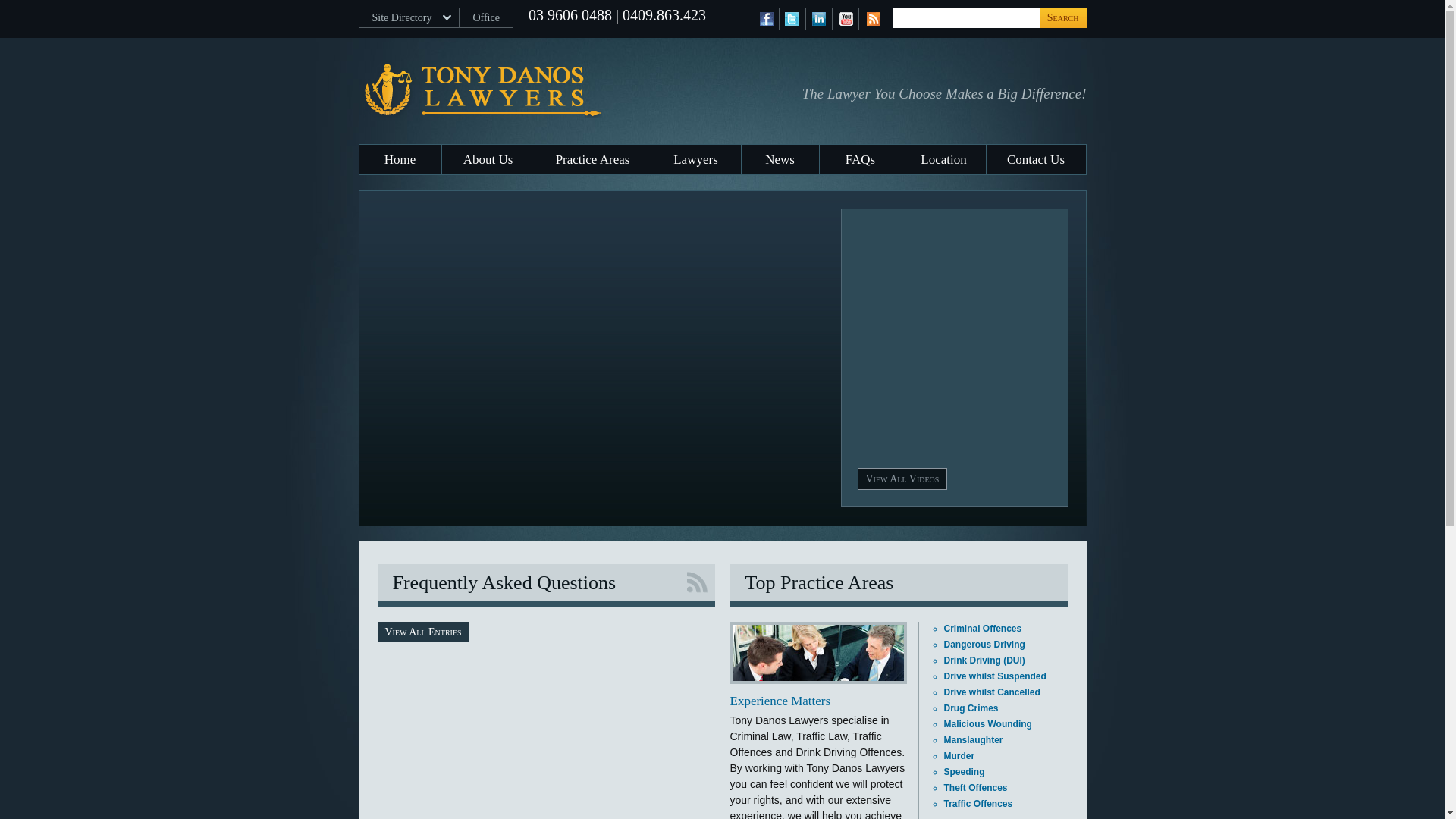 This screenshot has height=819, width=1456. Describe the element at coordinates (550, 89) in the screenshot. I see `'Tony Danos Lawyers'` at that location.